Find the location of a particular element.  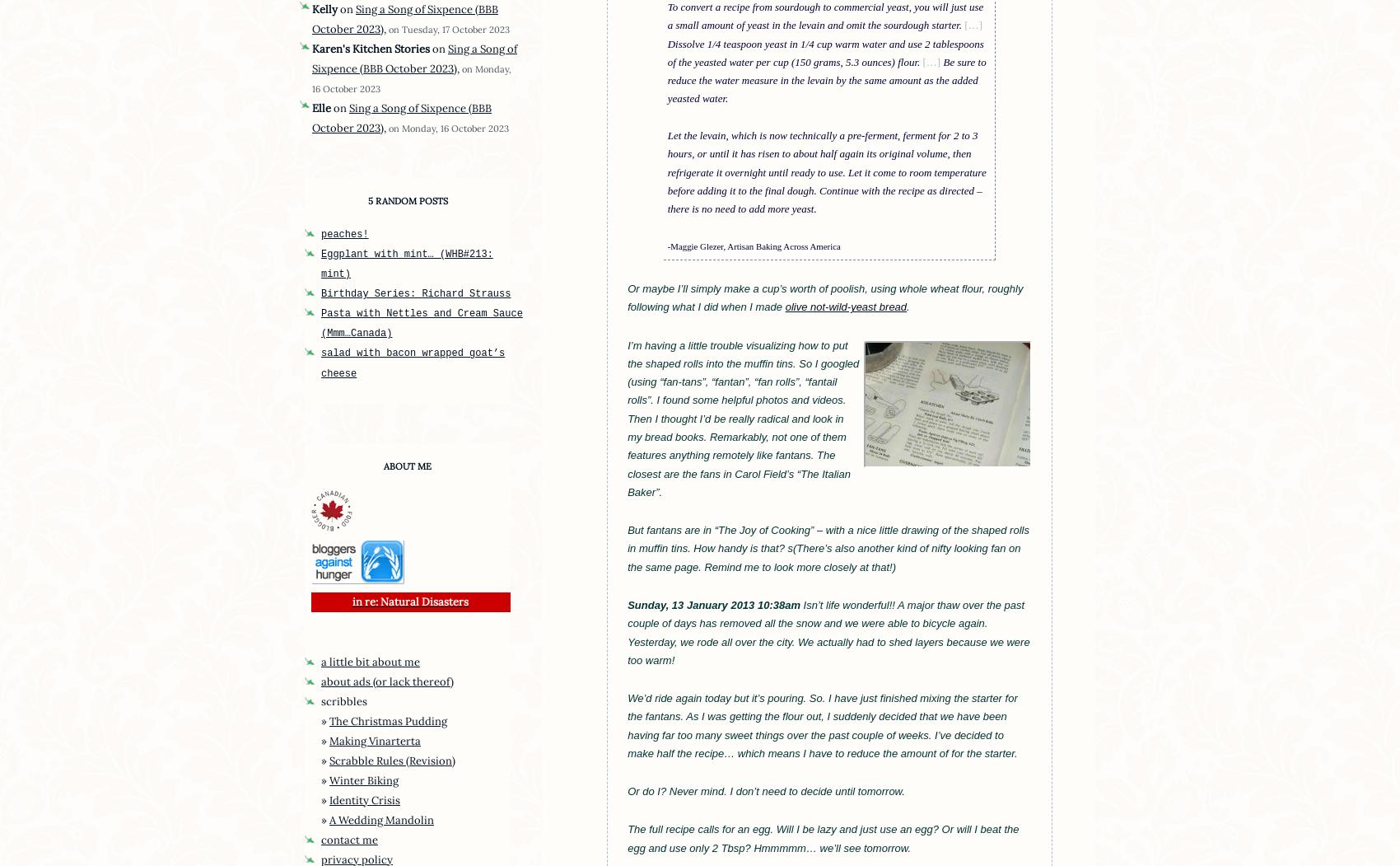

'5 Random Posts' is located at coordinates (407, 201).